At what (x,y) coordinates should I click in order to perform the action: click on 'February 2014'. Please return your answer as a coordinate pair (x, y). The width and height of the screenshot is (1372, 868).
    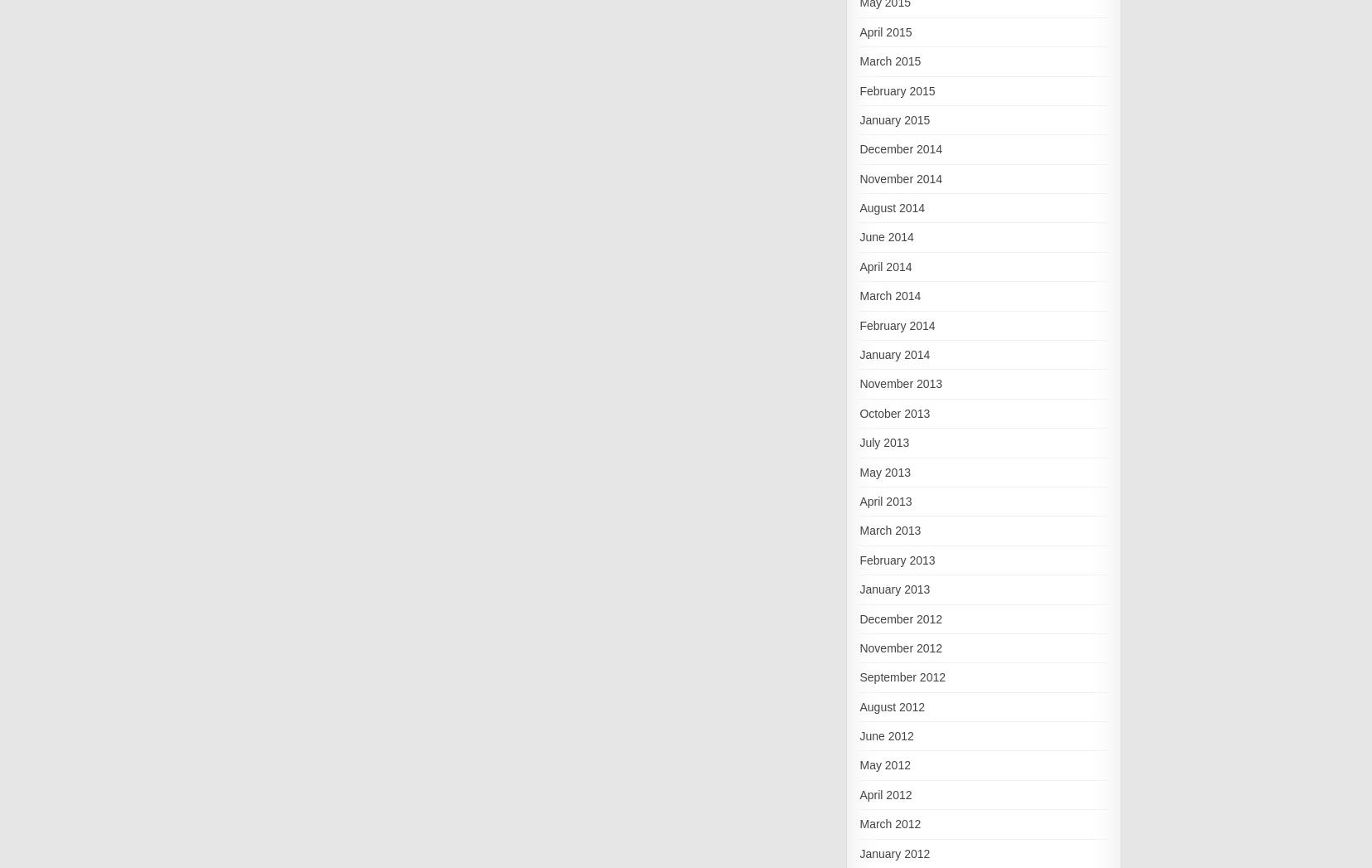
    Looking at the image, I should click on (859, 323).